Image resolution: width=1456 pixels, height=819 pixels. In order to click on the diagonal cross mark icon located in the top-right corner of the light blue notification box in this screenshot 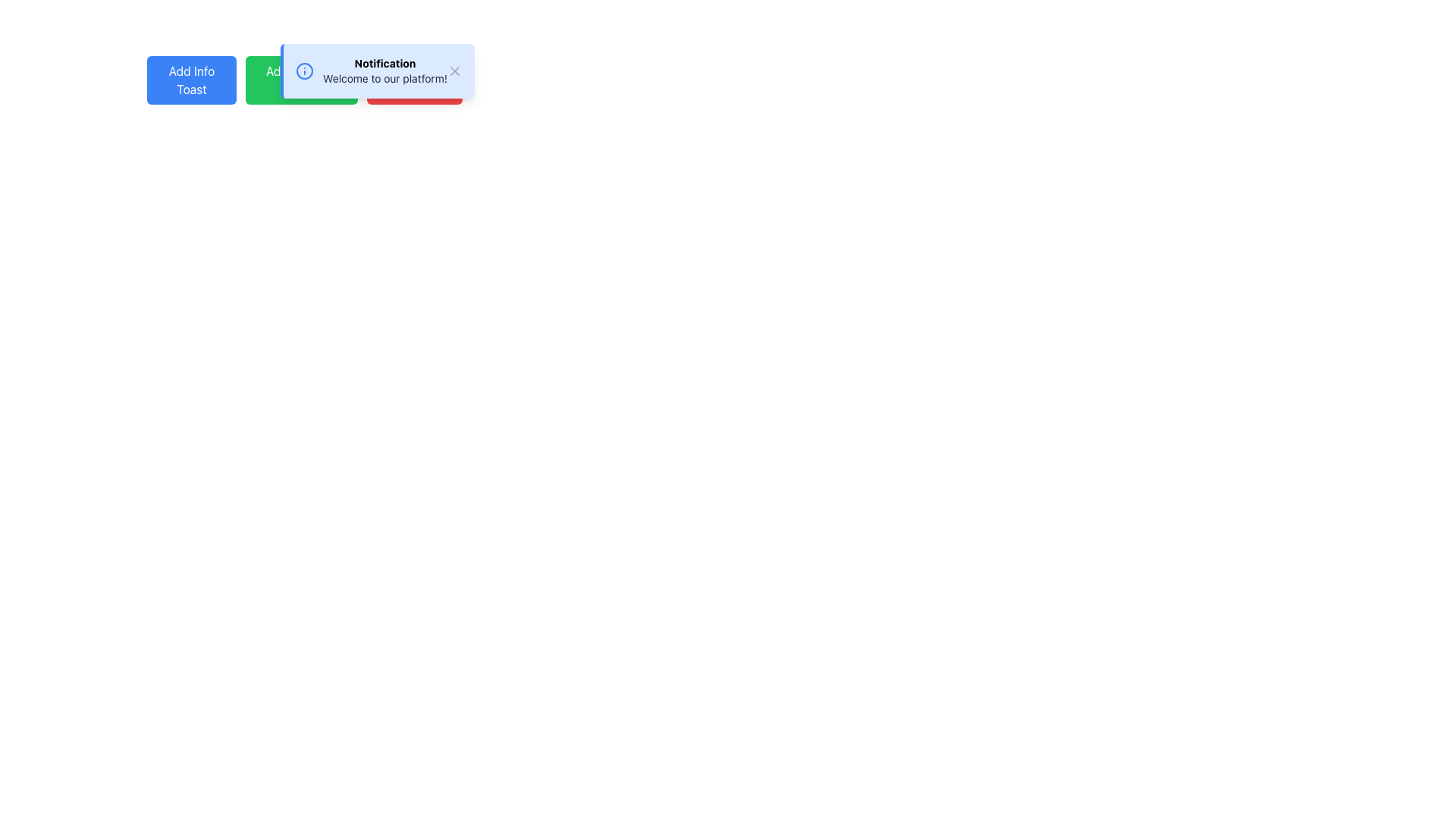, I will do `click(453, 71)`.